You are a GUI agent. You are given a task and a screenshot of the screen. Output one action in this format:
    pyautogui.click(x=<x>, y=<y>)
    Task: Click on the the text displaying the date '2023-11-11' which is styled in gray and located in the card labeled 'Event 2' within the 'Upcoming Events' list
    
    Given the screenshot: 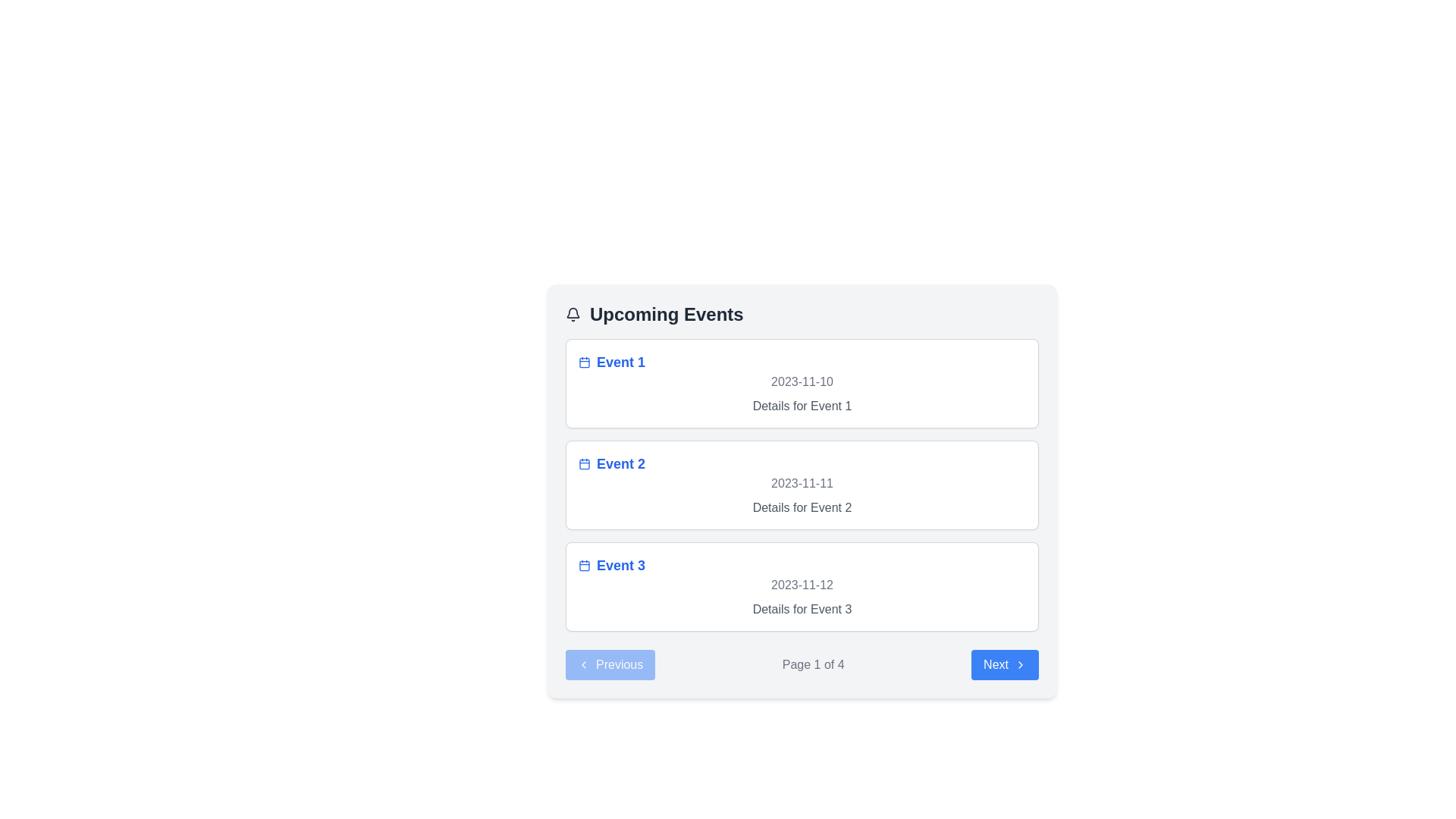 What is the action you would take?
    pyautogui.click(x=801, y=483)
    